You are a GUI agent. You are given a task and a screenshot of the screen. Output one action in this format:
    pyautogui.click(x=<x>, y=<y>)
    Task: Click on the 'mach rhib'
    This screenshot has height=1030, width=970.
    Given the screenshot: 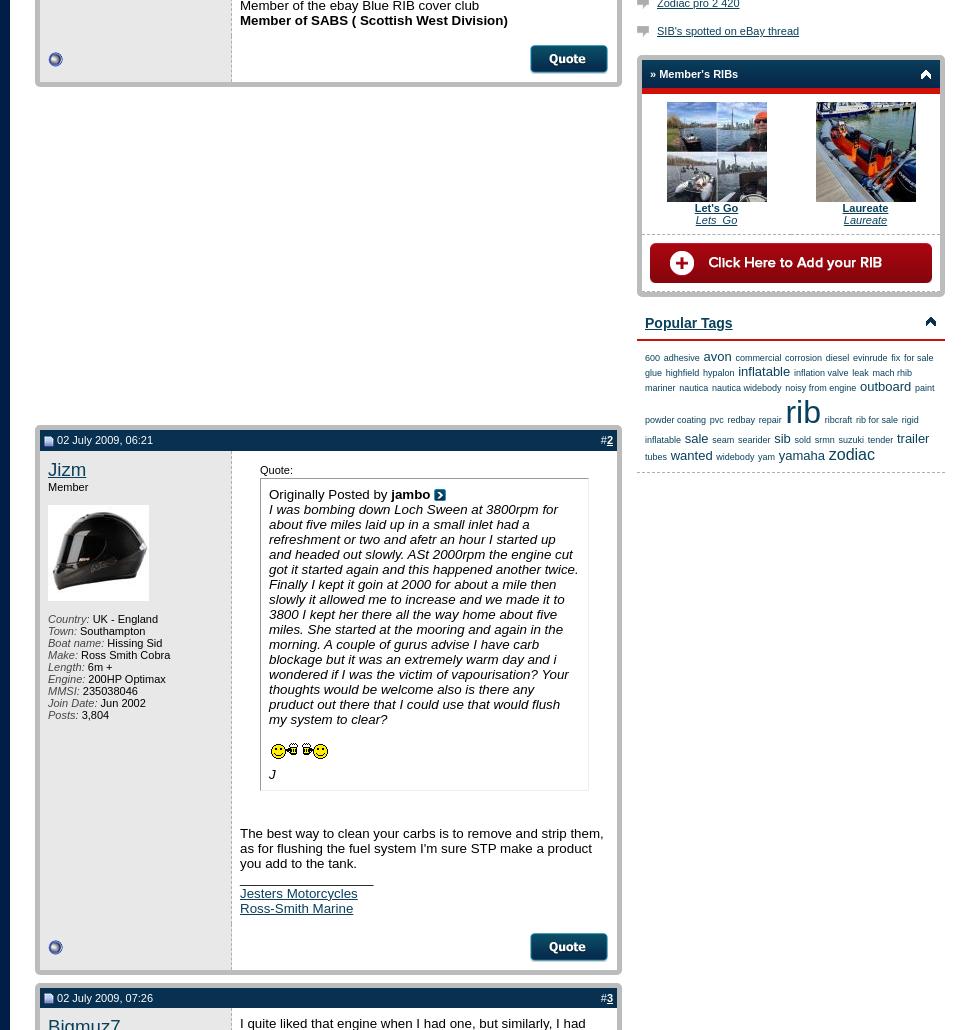 What is the action you would take?
    pyautogui.click(x=891, y=372)
    